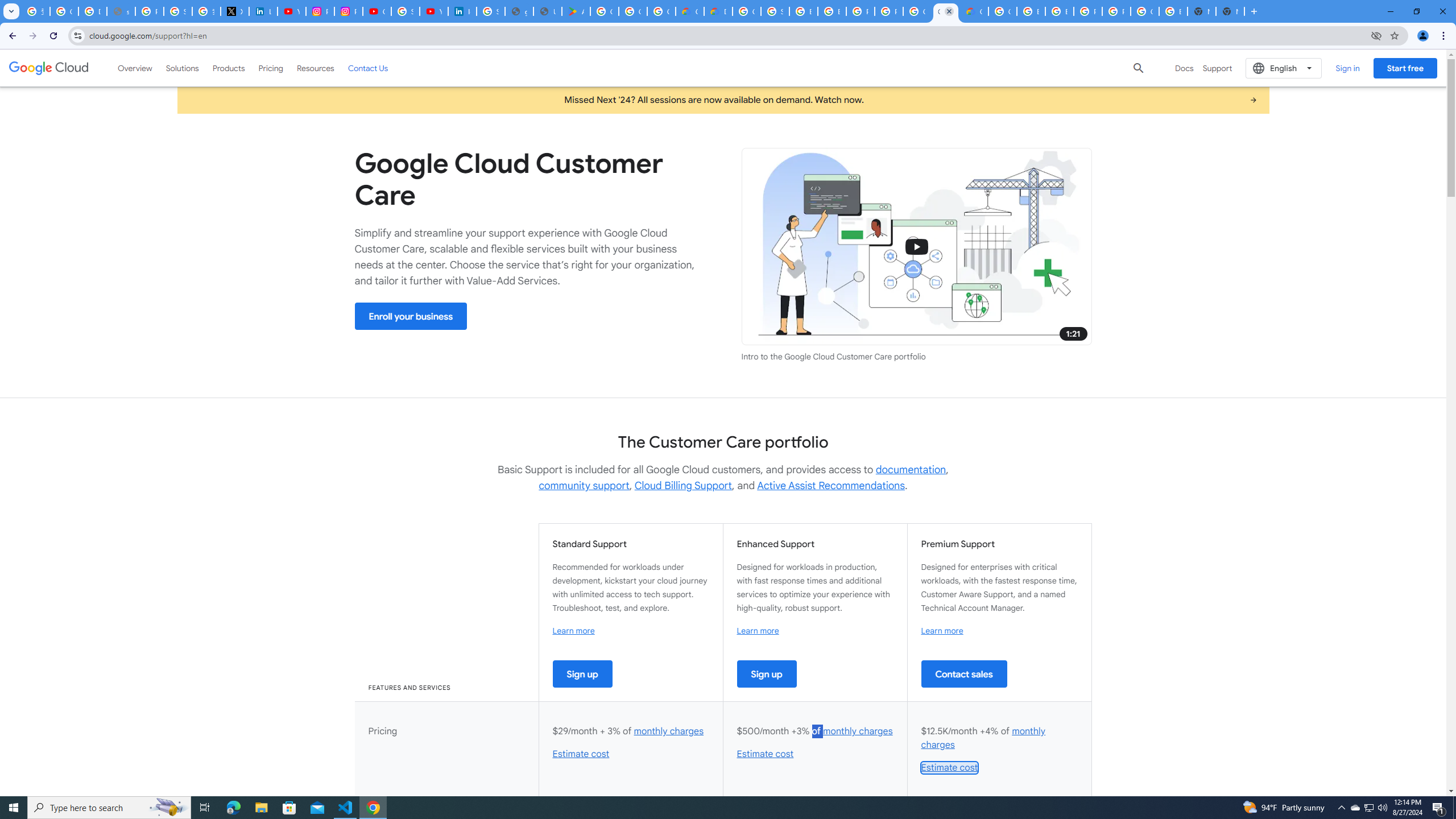 This screenshot has height=819, width=1456. Describe the element at coordinates (804, 11) in the screenshot. I see `'Browse Chrome as a guest - Computer - Google Chrome Help'` at that location.